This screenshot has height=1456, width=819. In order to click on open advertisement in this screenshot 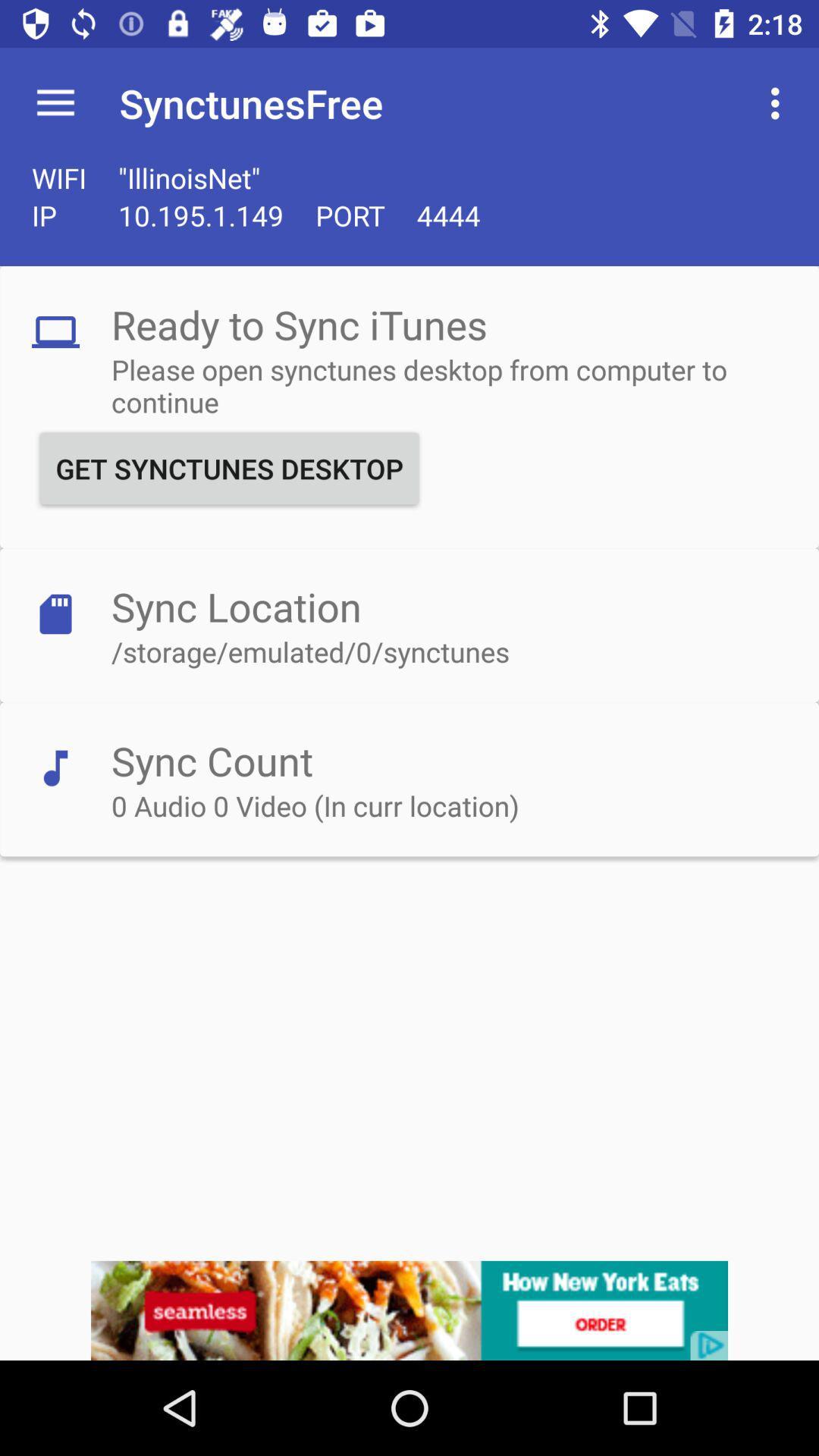, I will do `click(409, 1310)`.